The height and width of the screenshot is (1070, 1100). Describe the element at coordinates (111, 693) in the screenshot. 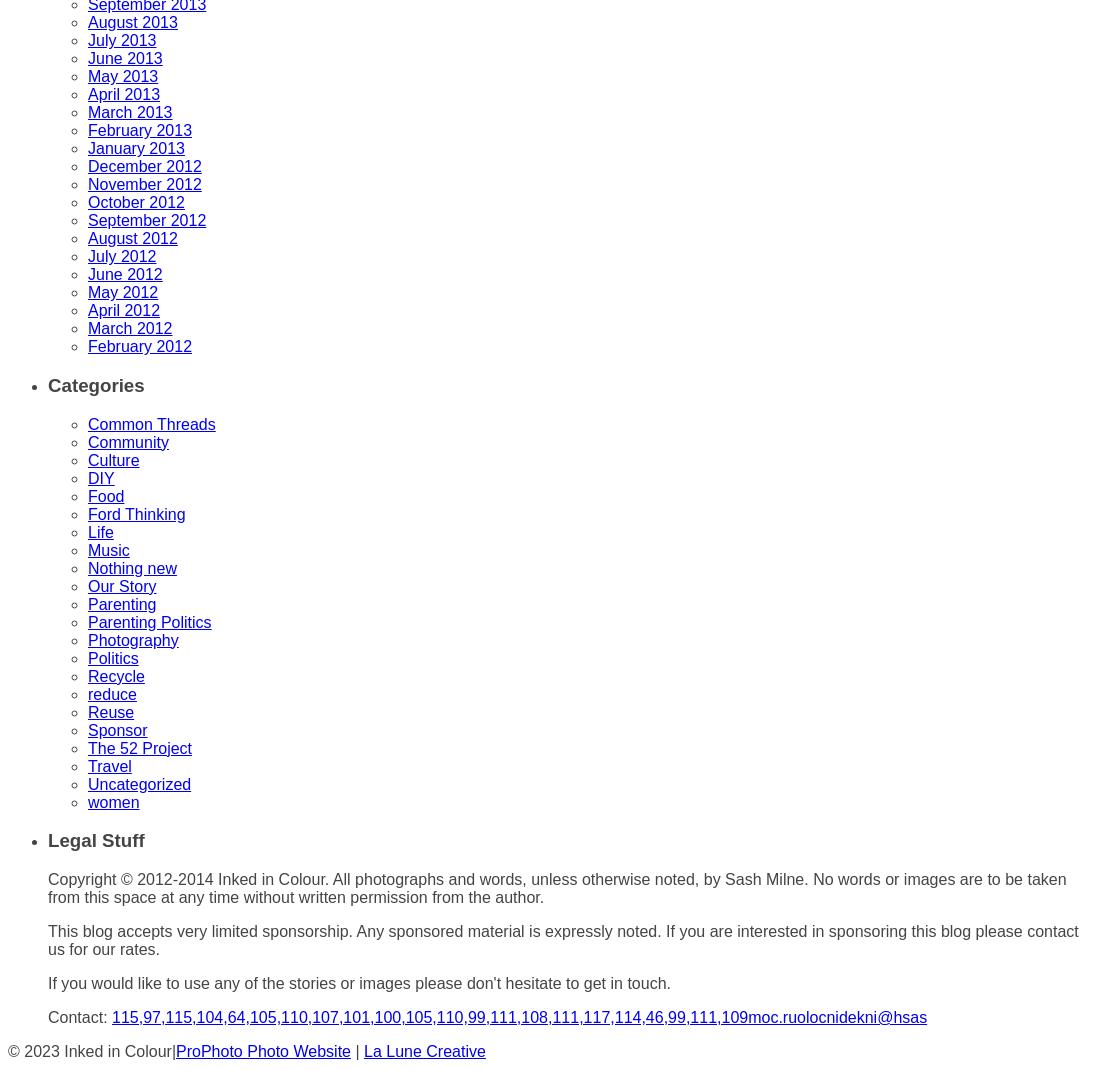

I see `'reduce'` at that location.